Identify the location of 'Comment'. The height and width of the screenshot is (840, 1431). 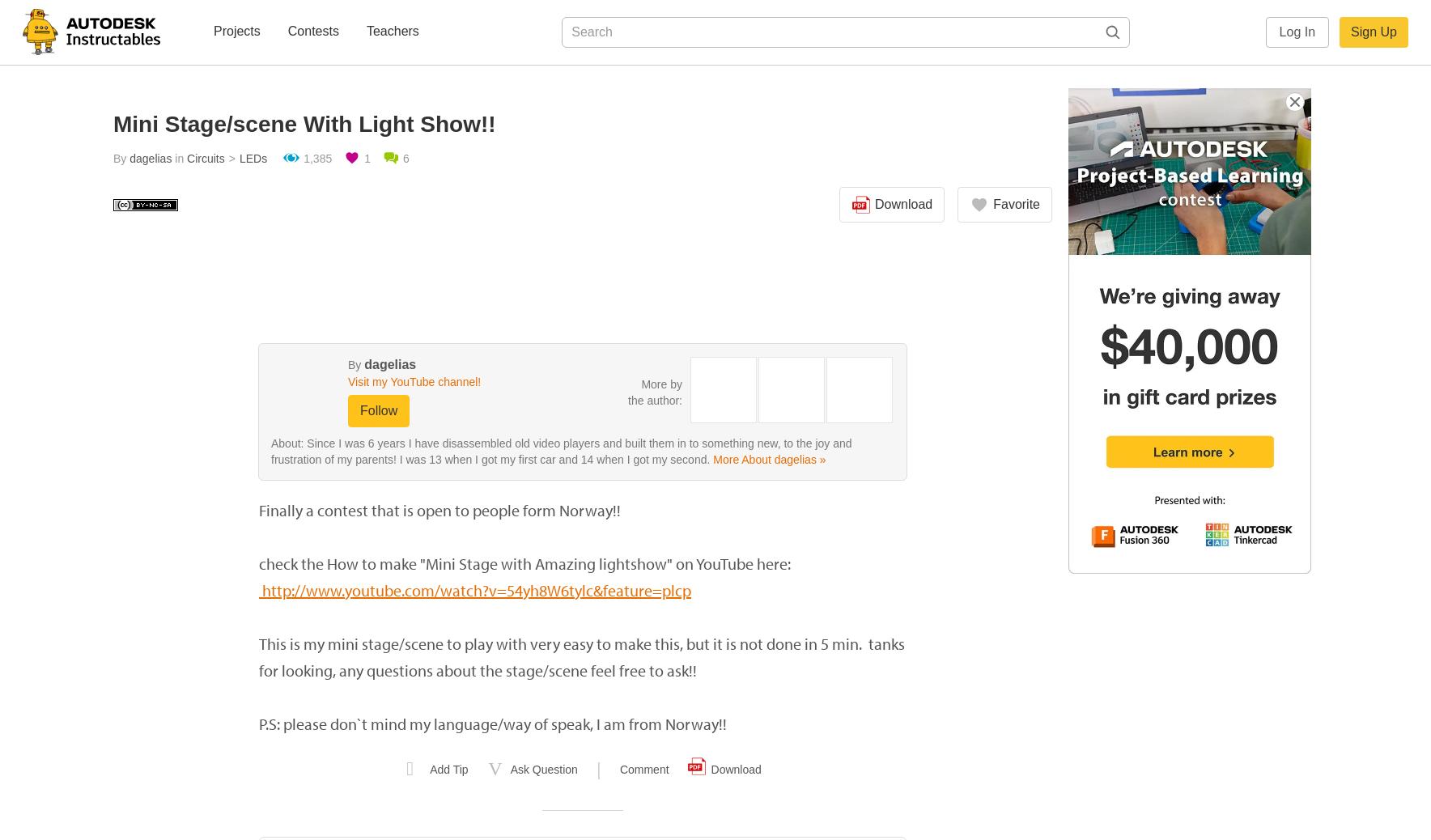
(643, 770).